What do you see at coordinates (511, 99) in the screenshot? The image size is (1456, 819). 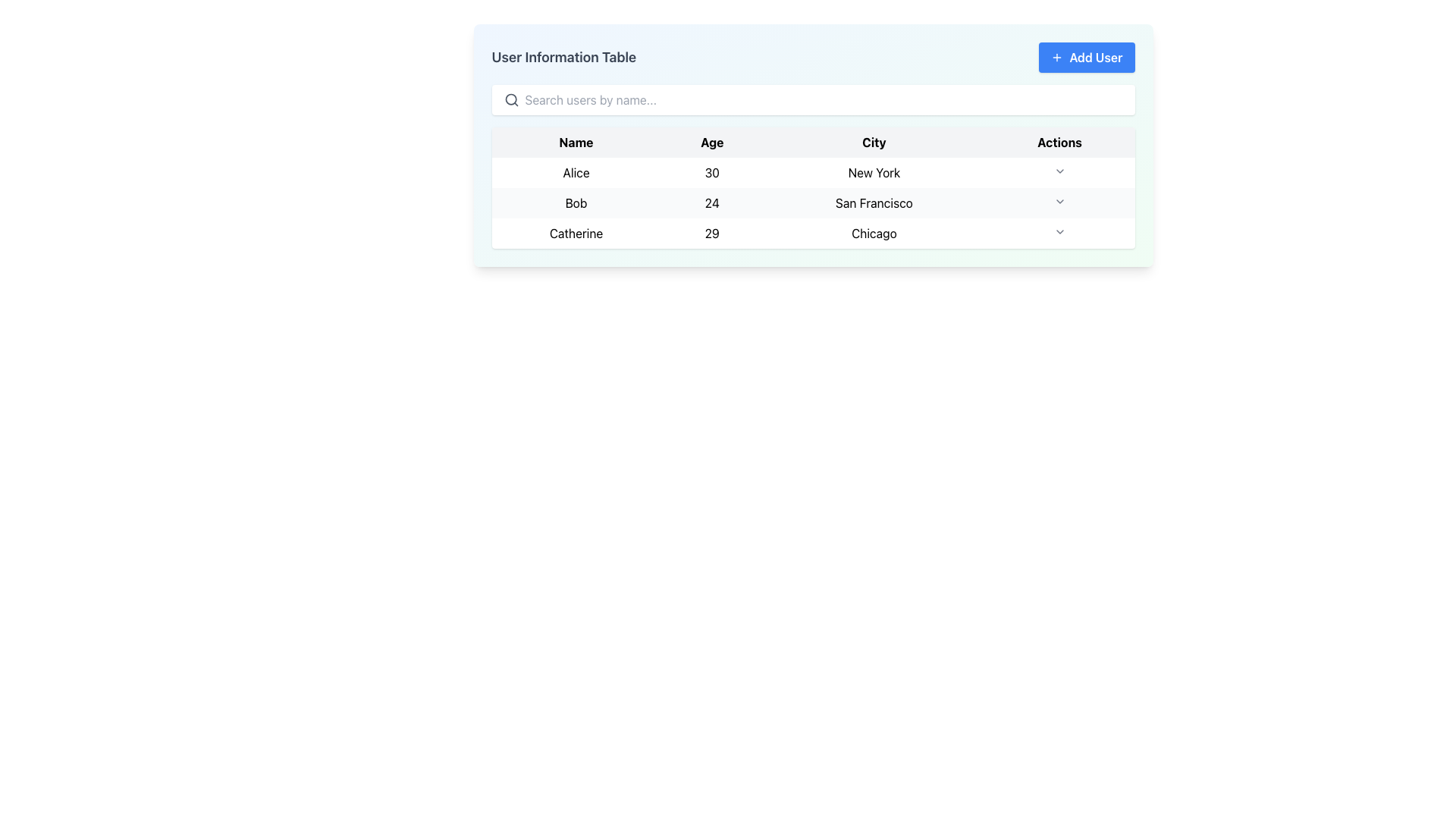 I see `the search icon located at the left side of the search bar, which visually indicates the search functionality` at bounding box center [511, 99].